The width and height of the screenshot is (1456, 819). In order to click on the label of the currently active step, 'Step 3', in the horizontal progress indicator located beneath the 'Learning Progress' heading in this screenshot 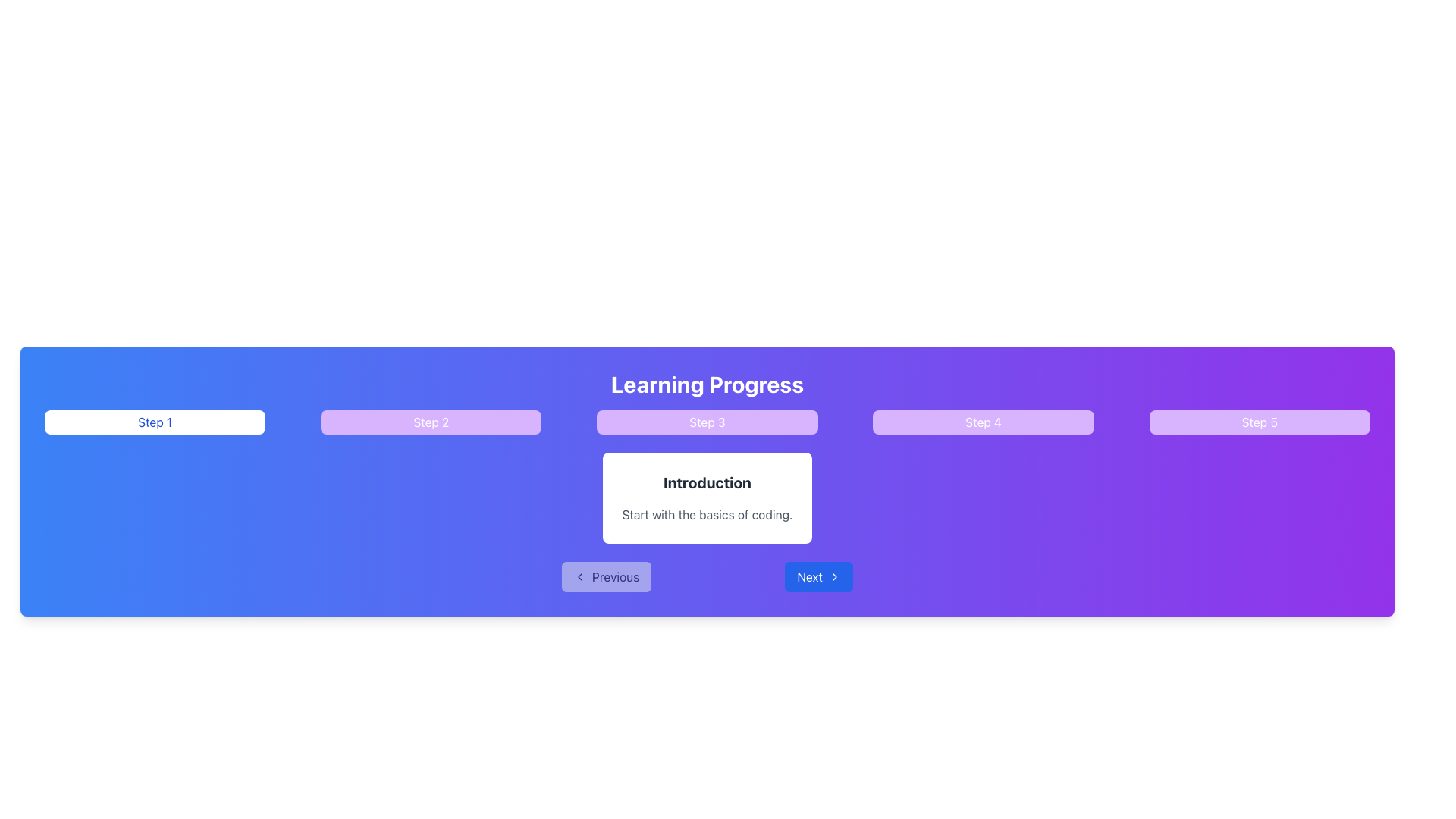, I will do `click(706, 422)`.